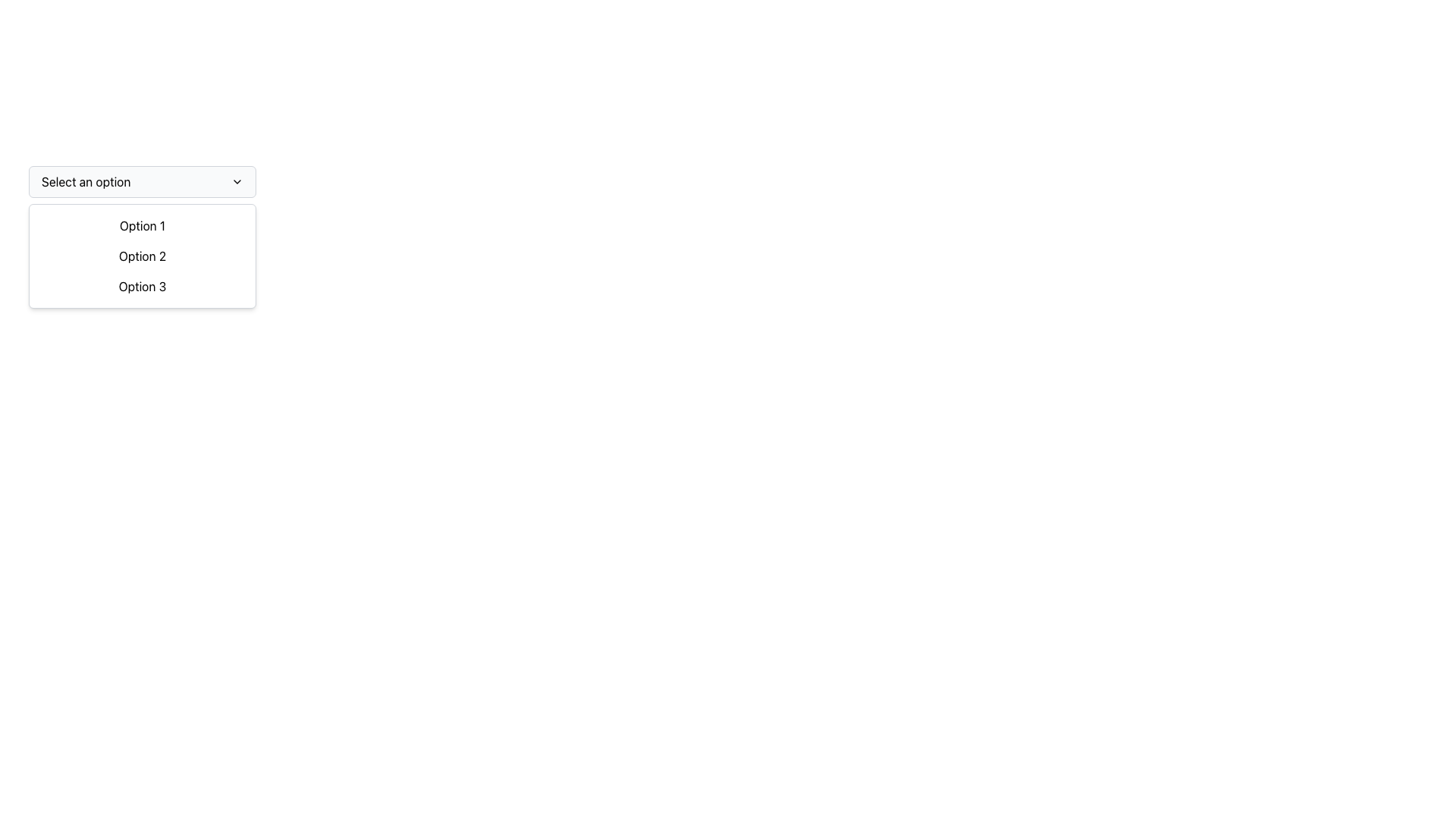 The image size is (1456, 819). What do you see at coordinates (142, 256) in the screenshot?
I see `to select 'Option 2' from the dropdown list positioned below the 'Select an option' button` at bounding box center [142, 256].